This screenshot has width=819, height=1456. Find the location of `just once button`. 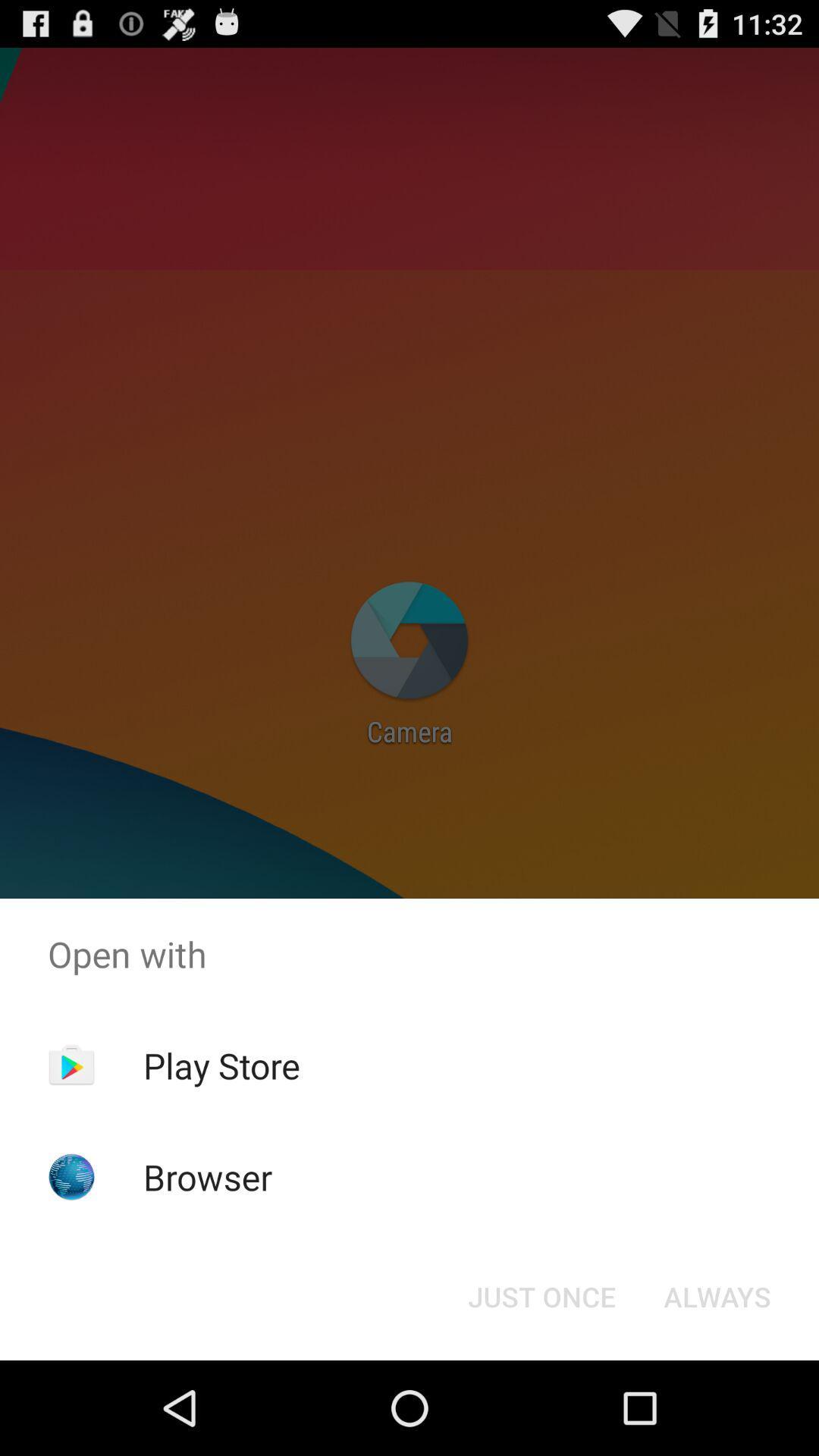

just once button is located at coordinates (541, 1295).